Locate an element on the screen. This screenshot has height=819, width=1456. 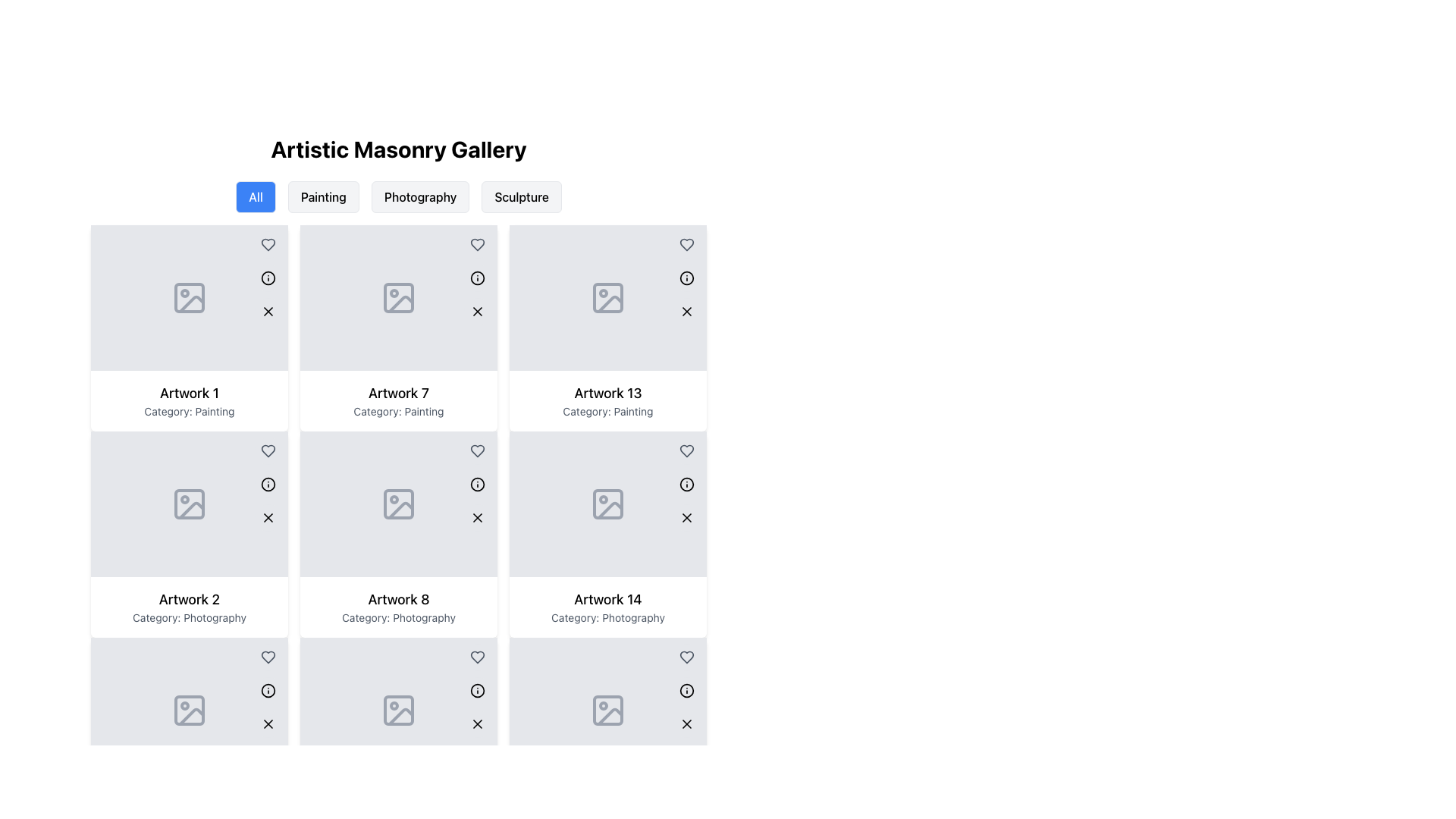
the information button located in the top right corner of the 'Artwork 8' card is located at coordinates (476, 485).